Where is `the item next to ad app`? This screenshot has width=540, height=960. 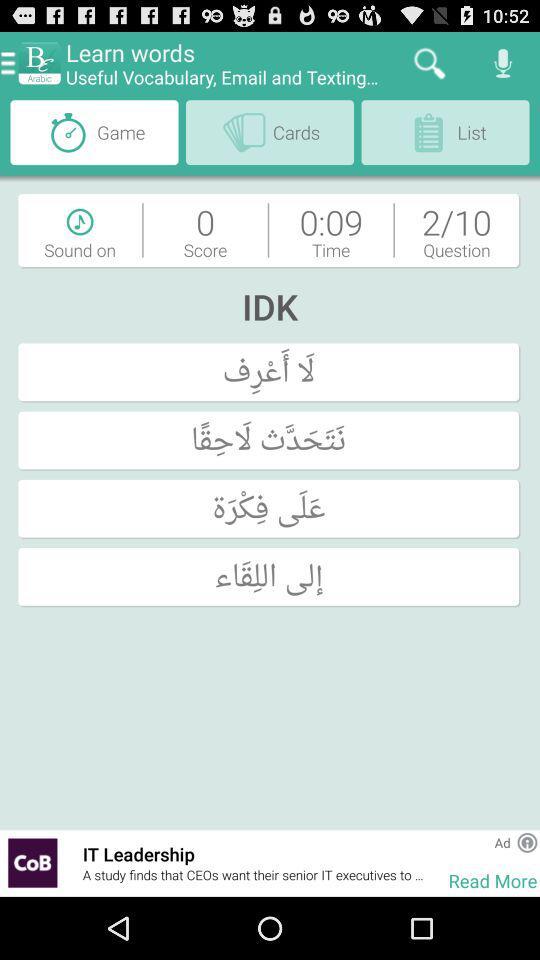
the item next to ad app is located at coordinates (468, 841).